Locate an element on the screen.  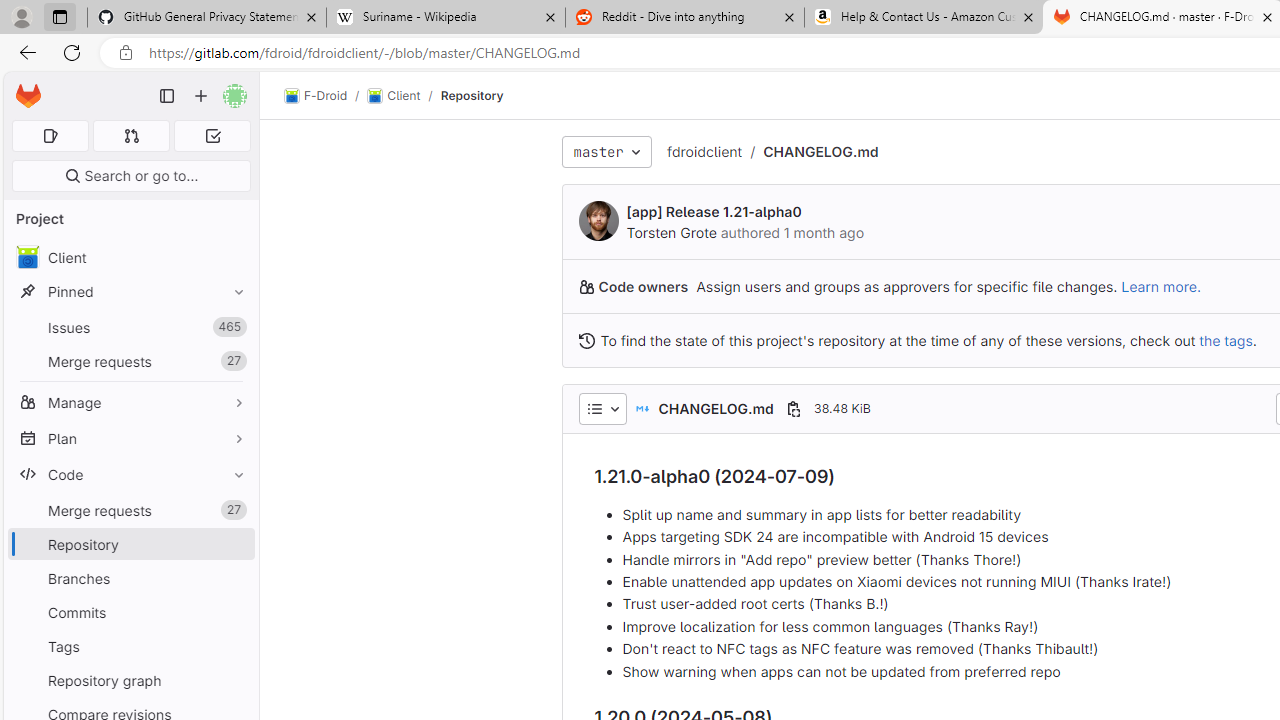
'Client/' is located at coordinates (403, 96).